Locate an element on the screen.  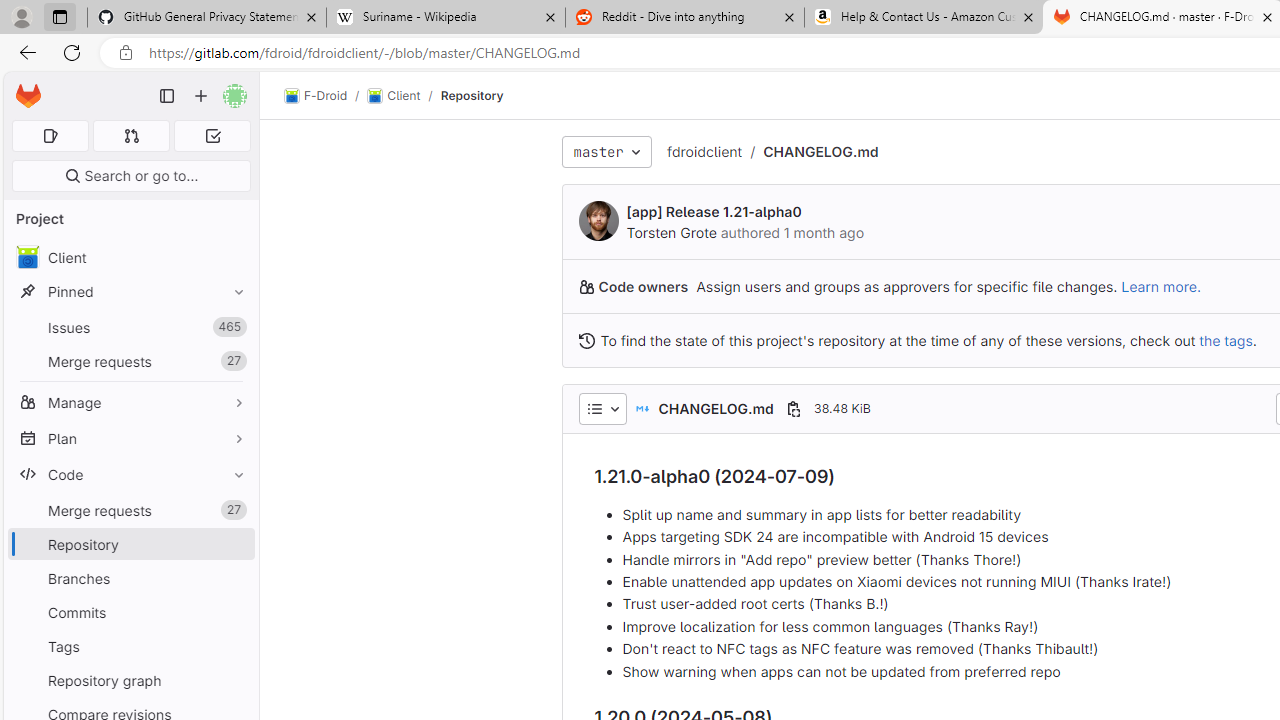
'Client/' is located at coordinates (403, 96).